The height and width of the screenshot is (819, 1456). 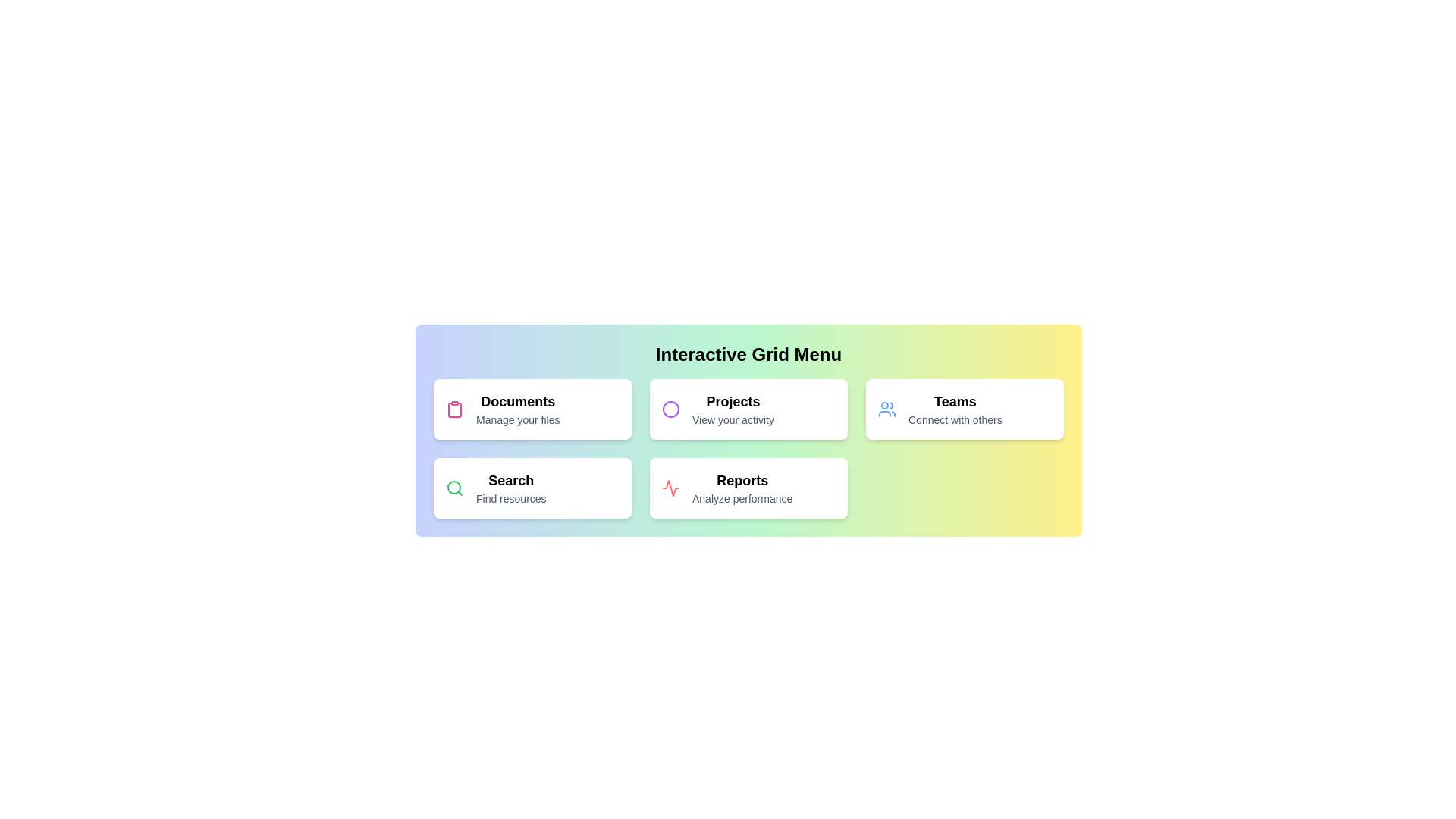 I want to click on the Search menu item to select it, so click(x=532, y=488).